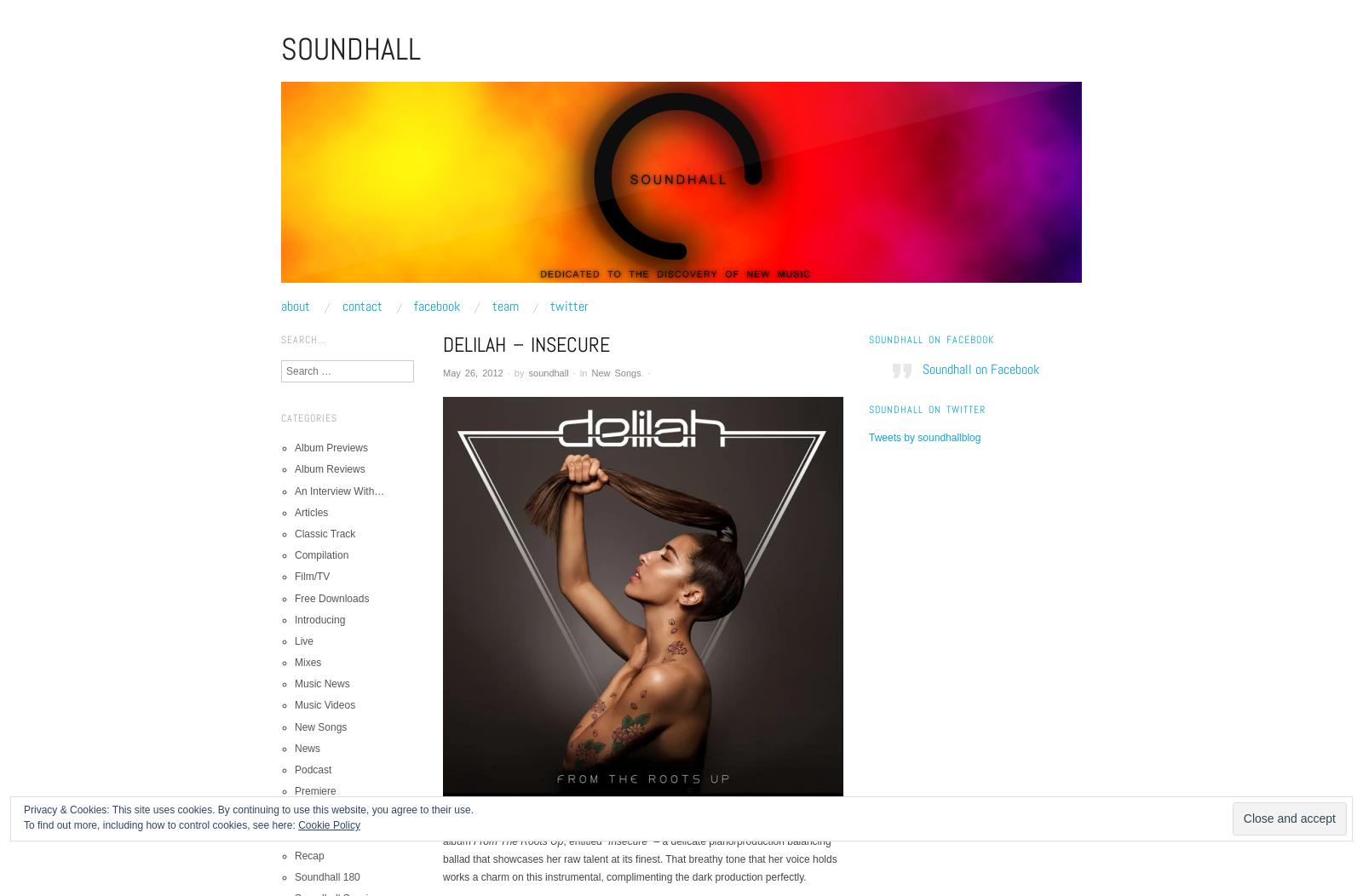 The image size is (1363, 896). Describe the element at coordinates (518, 841) in the screenshot. I see `'From The Roots Up'` at that location.